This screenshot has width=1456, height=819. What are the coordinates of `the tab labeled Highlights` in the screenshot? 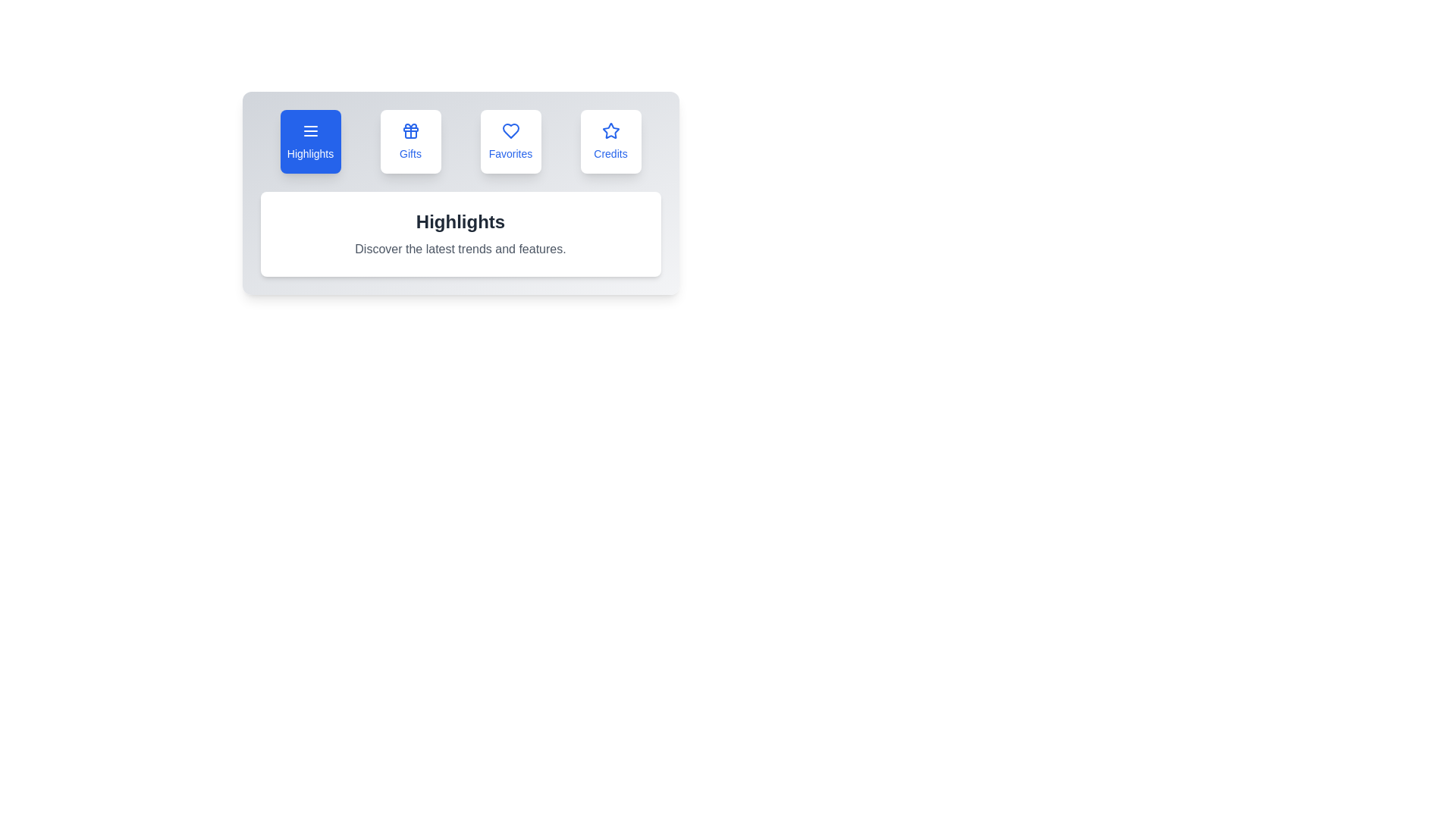 It's located at (309, 141).